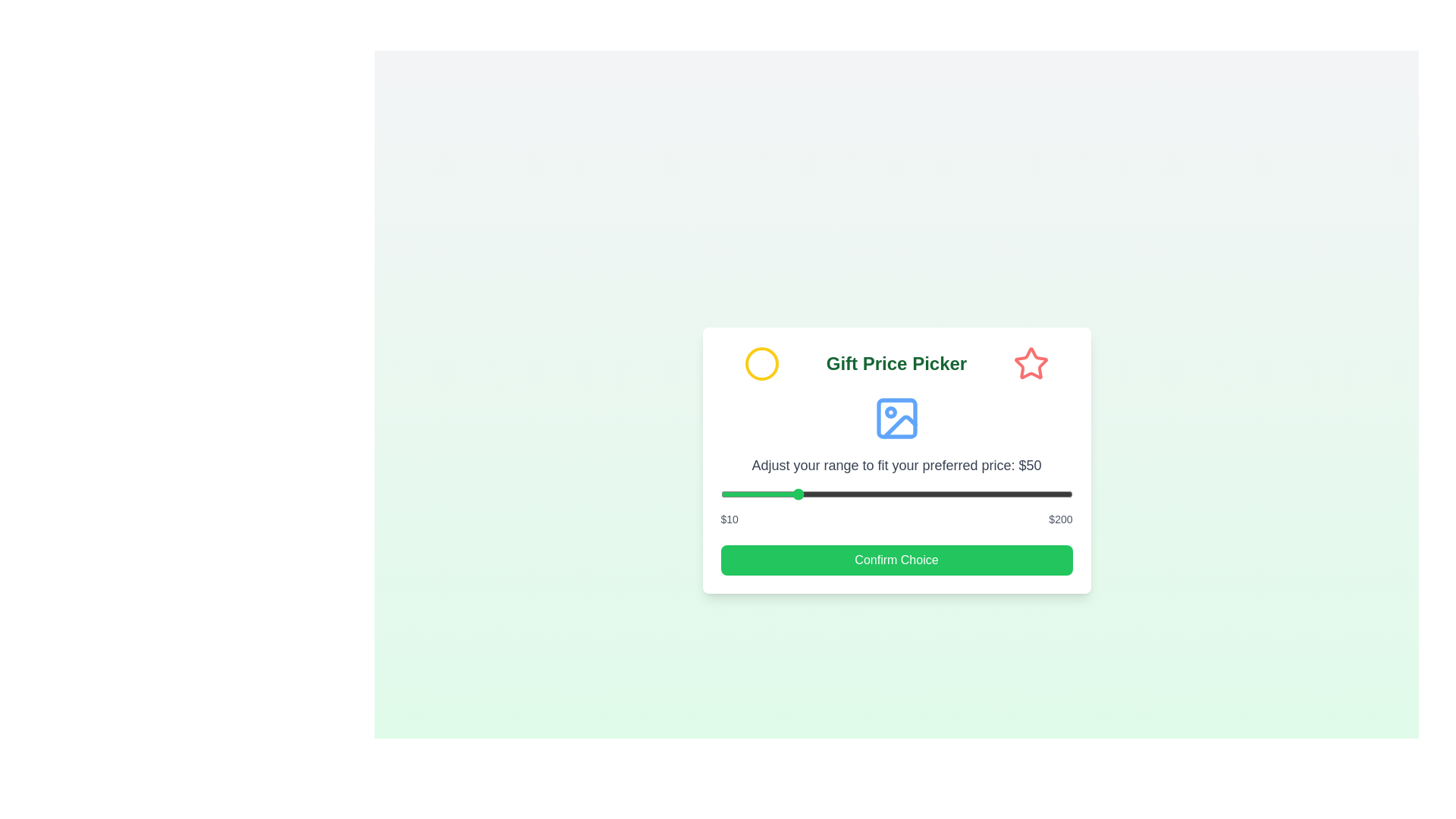 Image resolution: width=1456 pixels, height=819 pixels. What do you see at coordinates (861, 494) in the screenshot?
I see `the price range slider to 86 dollars` at bounding box center [861, 494].